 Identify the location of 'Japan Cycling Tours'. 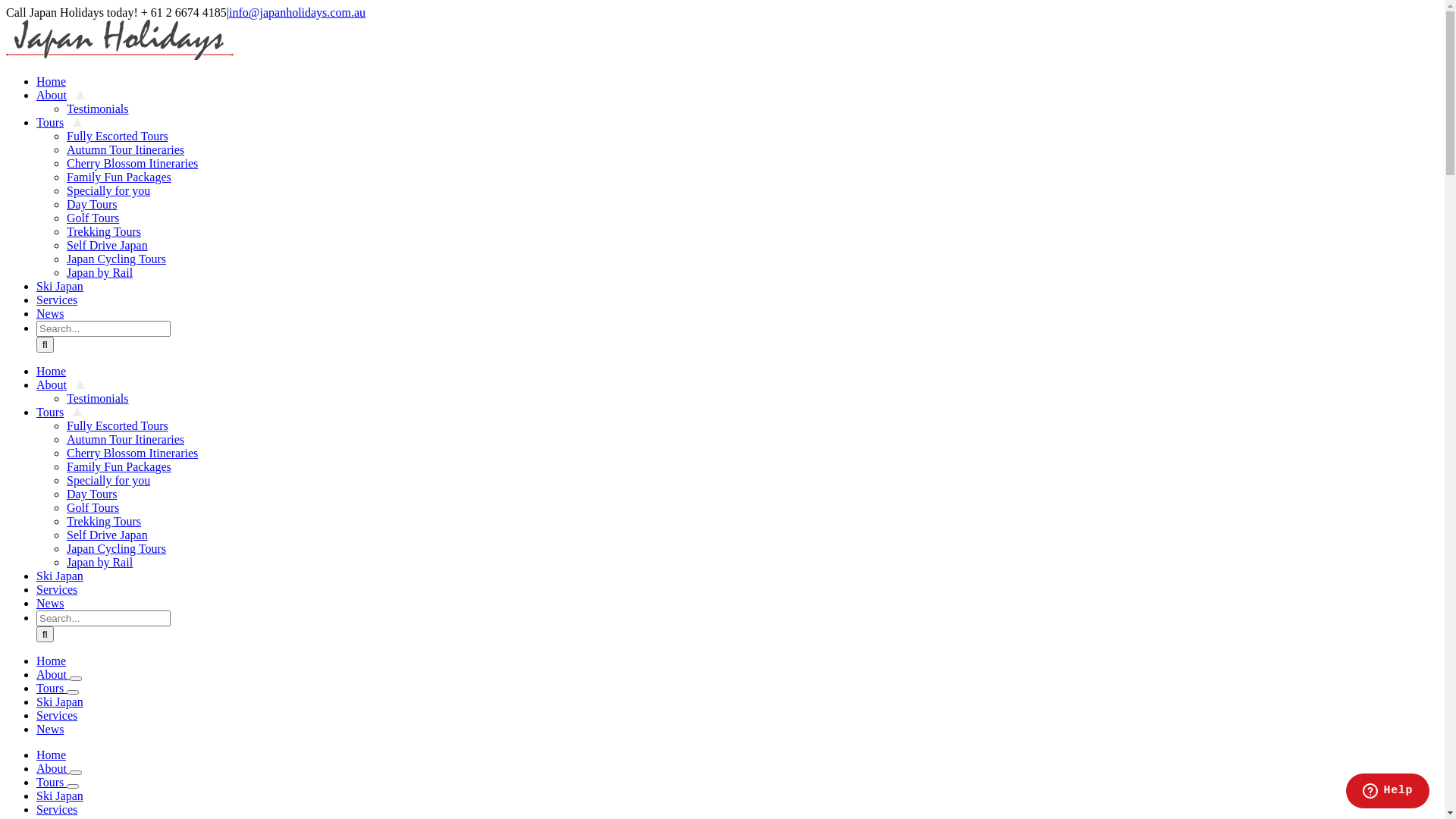
(65, 548).